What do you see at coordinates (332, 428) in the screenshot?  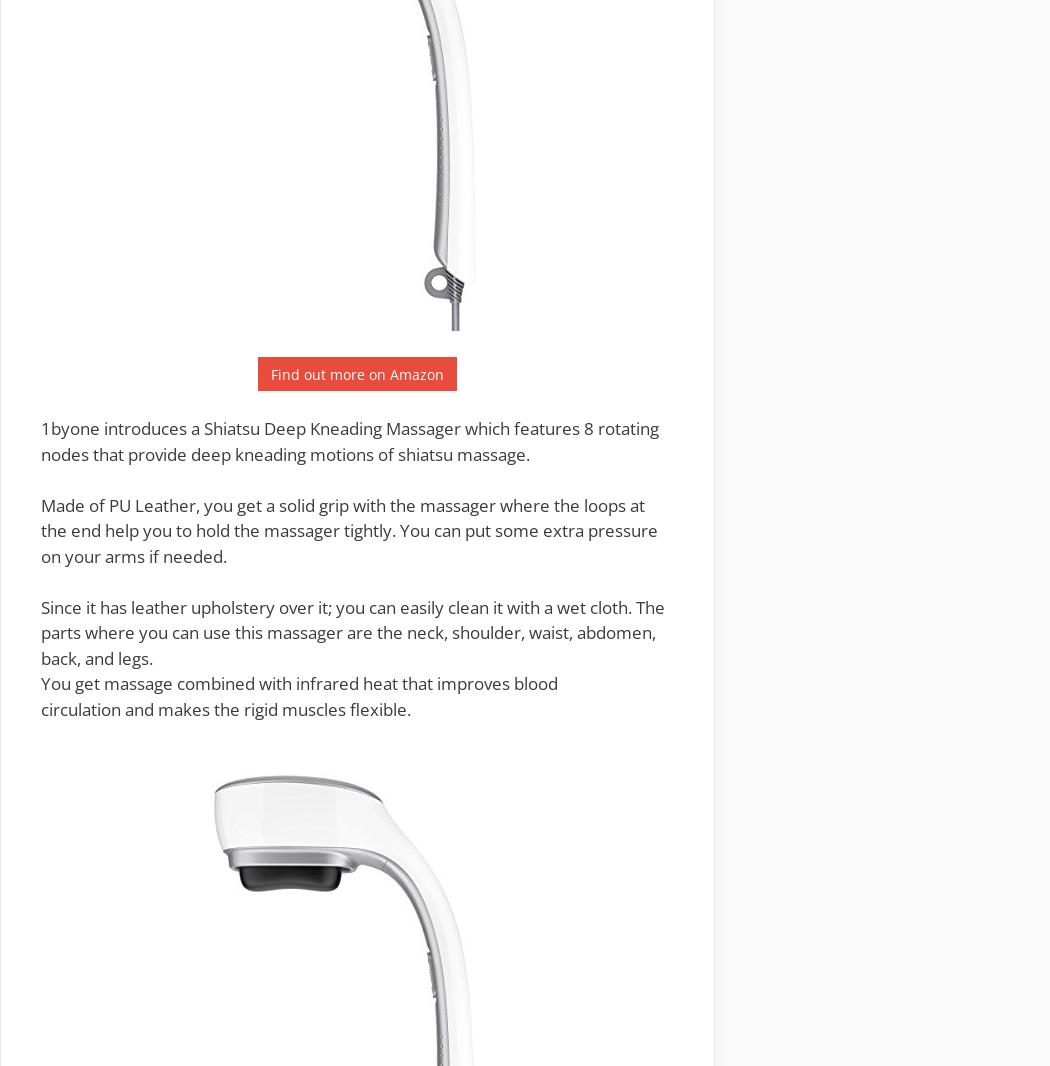 I see `'Shiatsu Deep Kneading Massager'` at bounding box center [332, 428].